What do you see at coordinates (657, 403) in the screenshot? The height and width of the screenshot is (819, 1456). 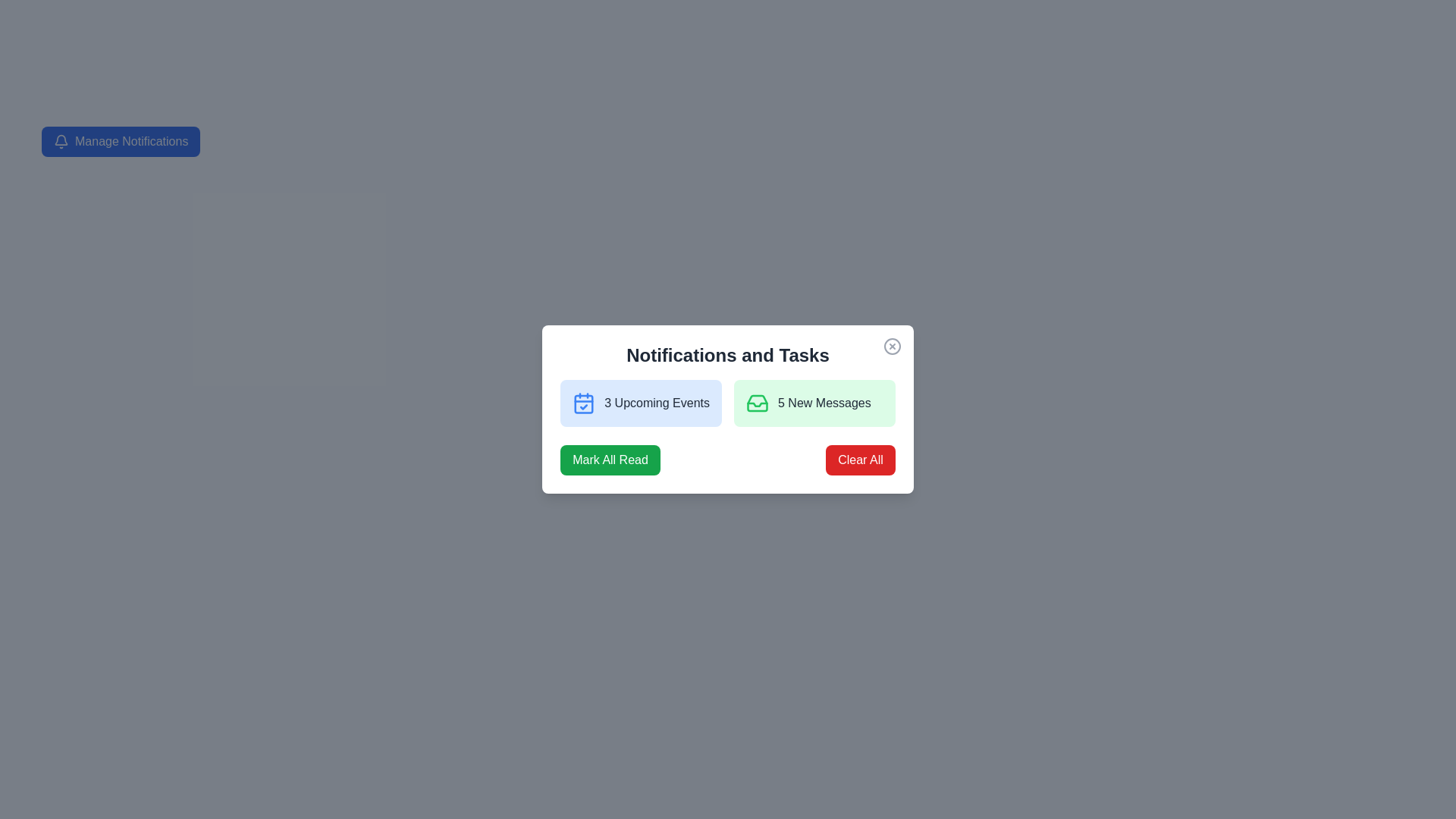 I see `the static text label displaying '3 Upcoming Events' which is located next to a blue calendar icon within a notification panel` at bounding box center [657, 403].